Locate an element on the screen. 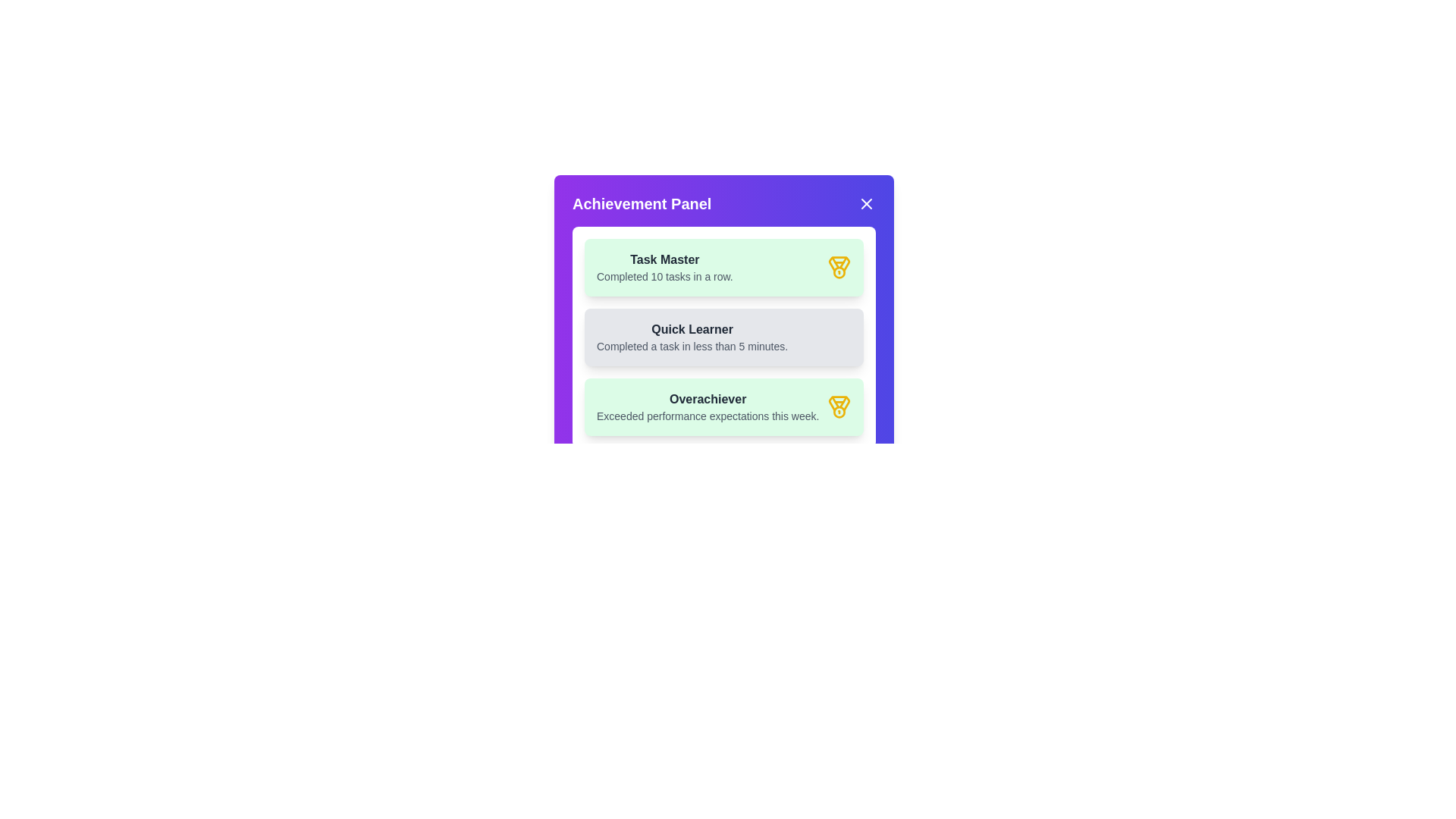 The height and width of the screenshot is (819, 1456). text 'Completed a task in less than 5 minutes.' which is styled in a small gray font and positioned below the bold label 'Quick Learner' within the light gray card in the Achievement Panel is located at coordinates (692, 346).